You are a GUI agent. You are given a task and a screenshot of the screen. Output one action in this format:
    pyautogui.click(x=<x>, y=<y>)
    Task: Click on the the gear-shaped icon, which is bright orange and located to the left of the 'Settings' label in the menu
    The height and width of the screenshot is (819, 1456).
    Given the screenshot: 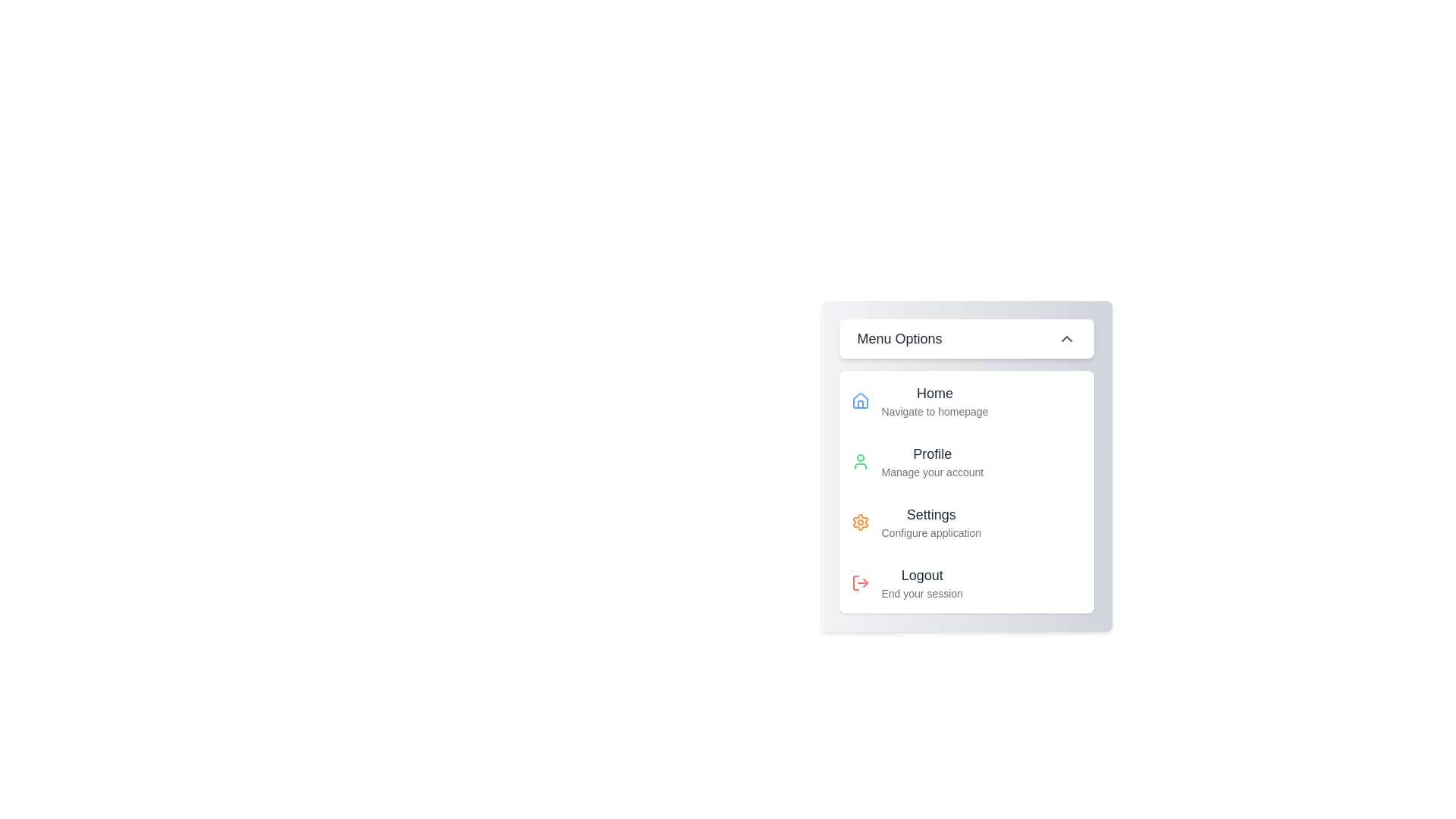 What is the action you would take?
    pyautogui.click(x=860, y=522)
    